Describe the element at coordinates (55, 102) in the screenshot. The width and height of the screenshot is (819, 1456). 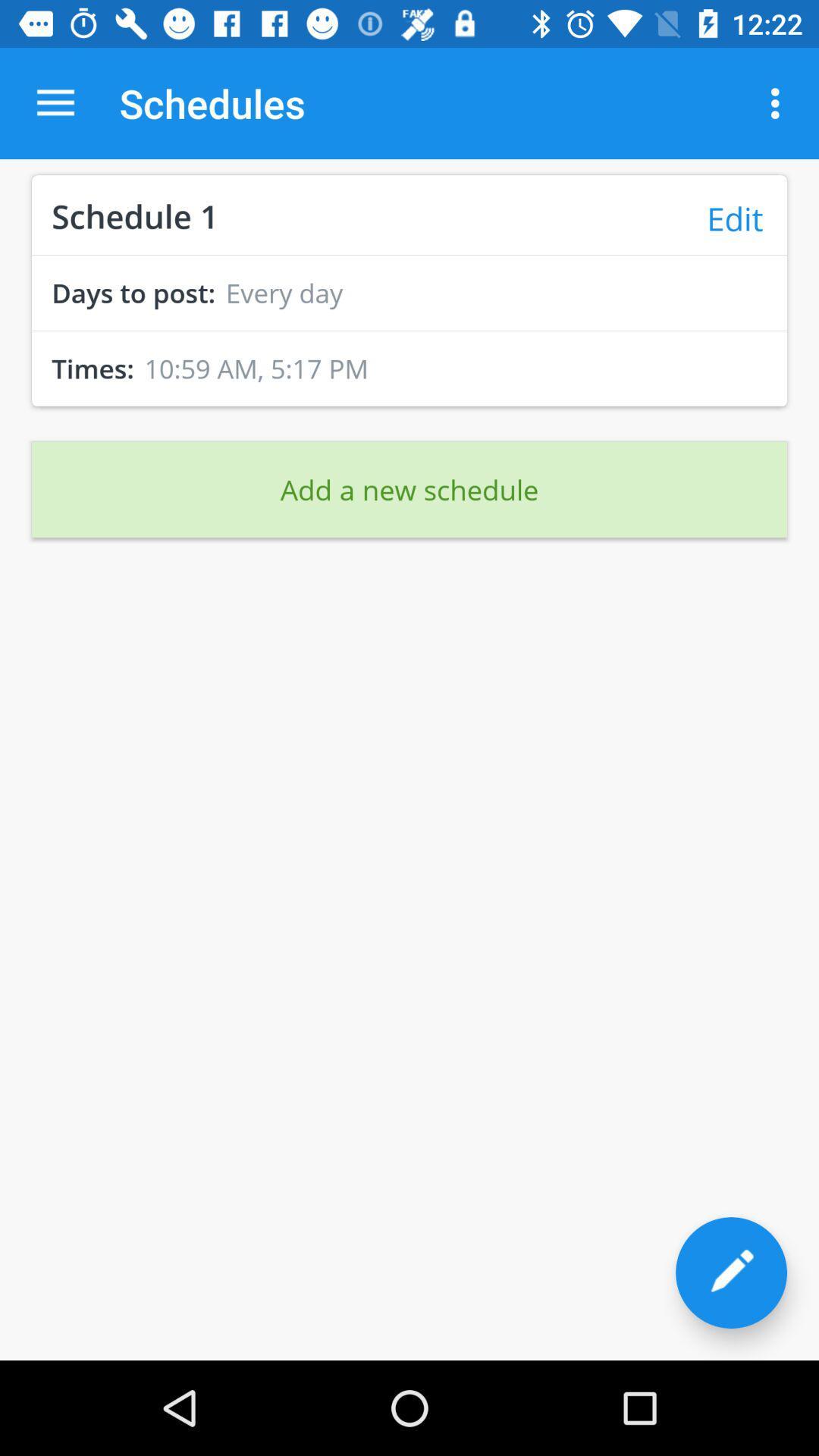
I see `app next to the schedules app` at that location.